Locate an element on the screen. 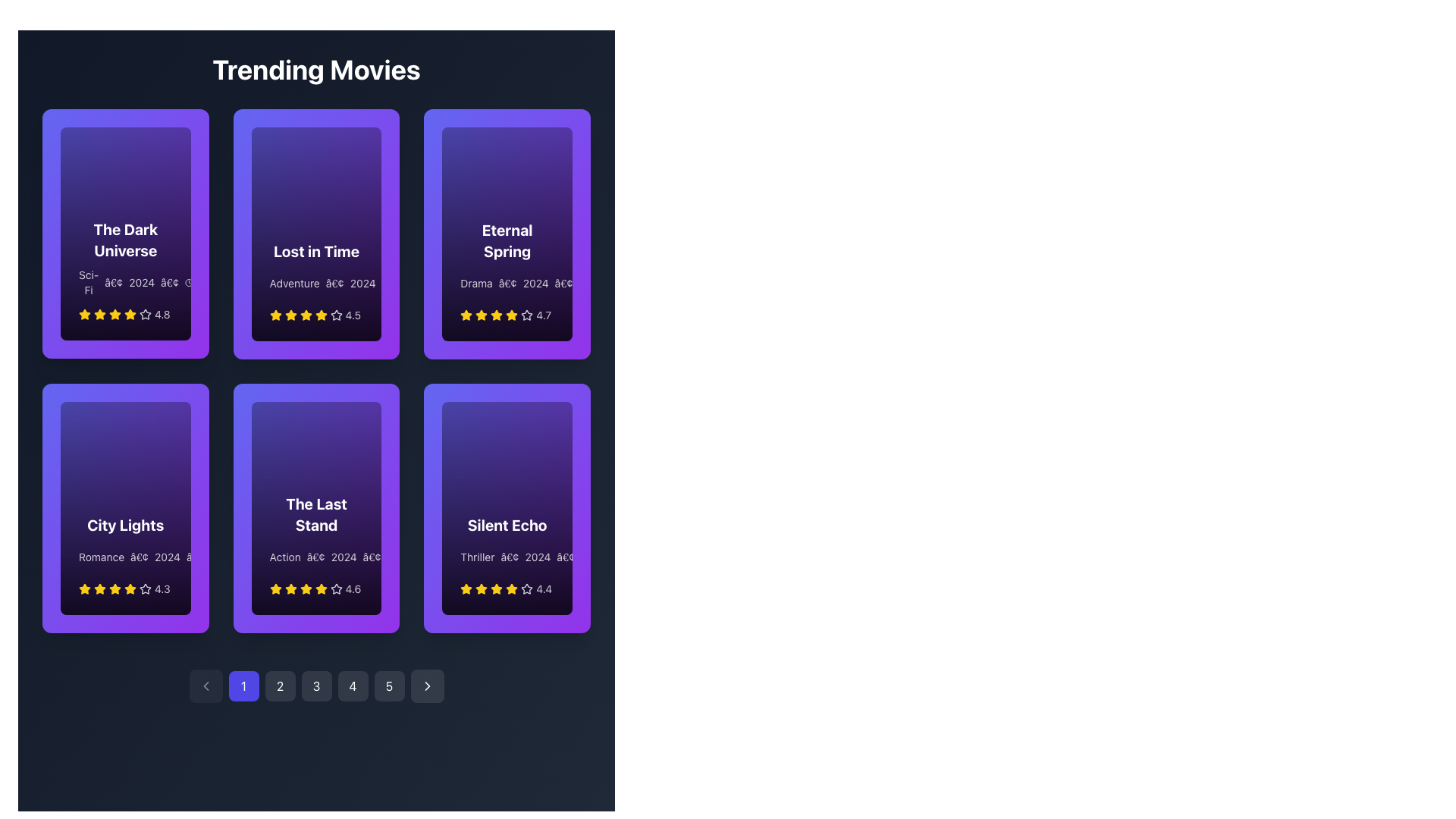 This screenshot has width=1456, height=819. the clock icon located to the immediate left of the time label '2h 05m' in the 'Eternal Spring' card in the second row, third column of the grid is located at coordinates (582, 283).